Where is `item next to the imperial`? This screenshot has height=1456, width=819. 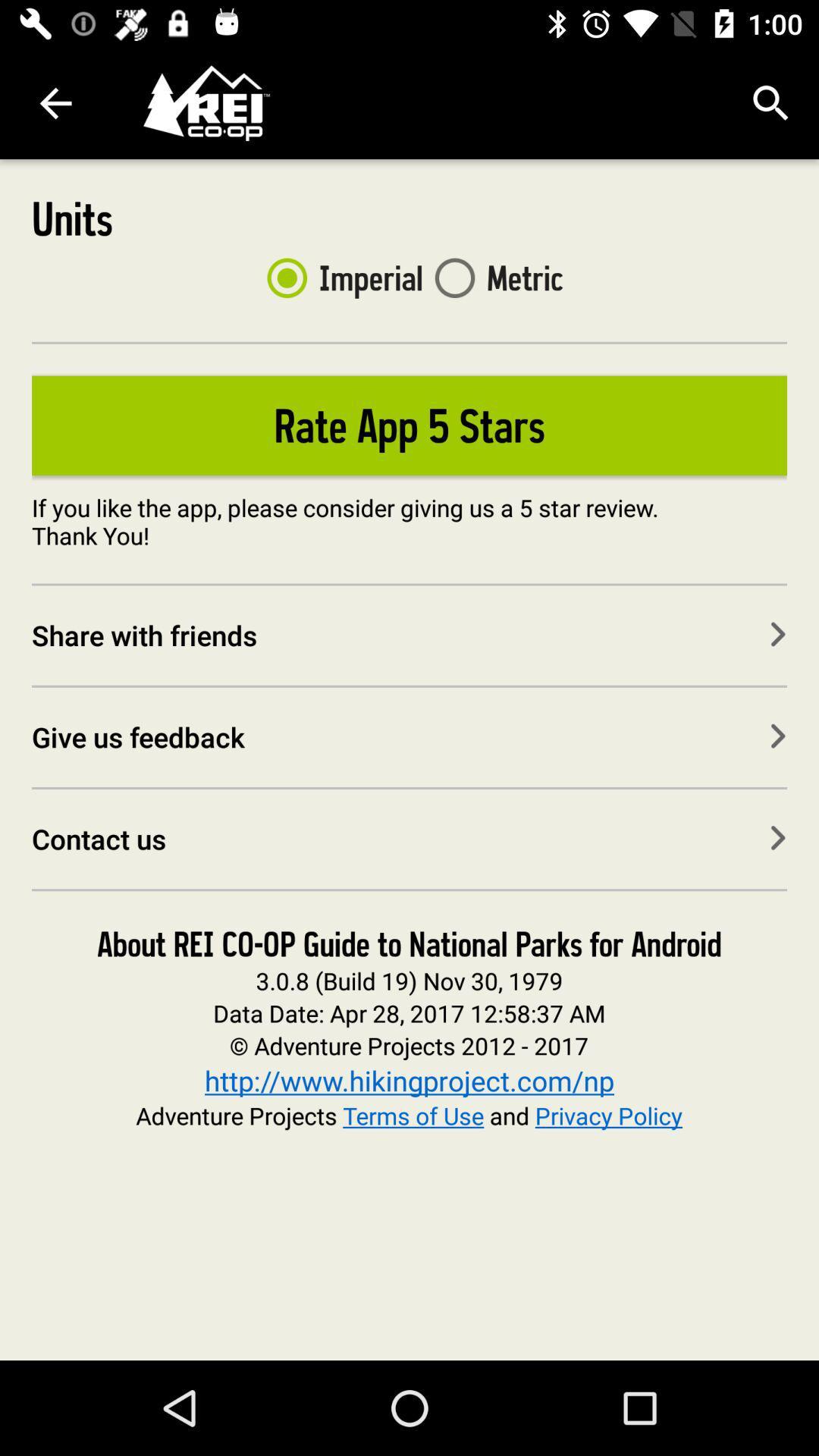 item next to the imperial is located at coordinates (493, 278).